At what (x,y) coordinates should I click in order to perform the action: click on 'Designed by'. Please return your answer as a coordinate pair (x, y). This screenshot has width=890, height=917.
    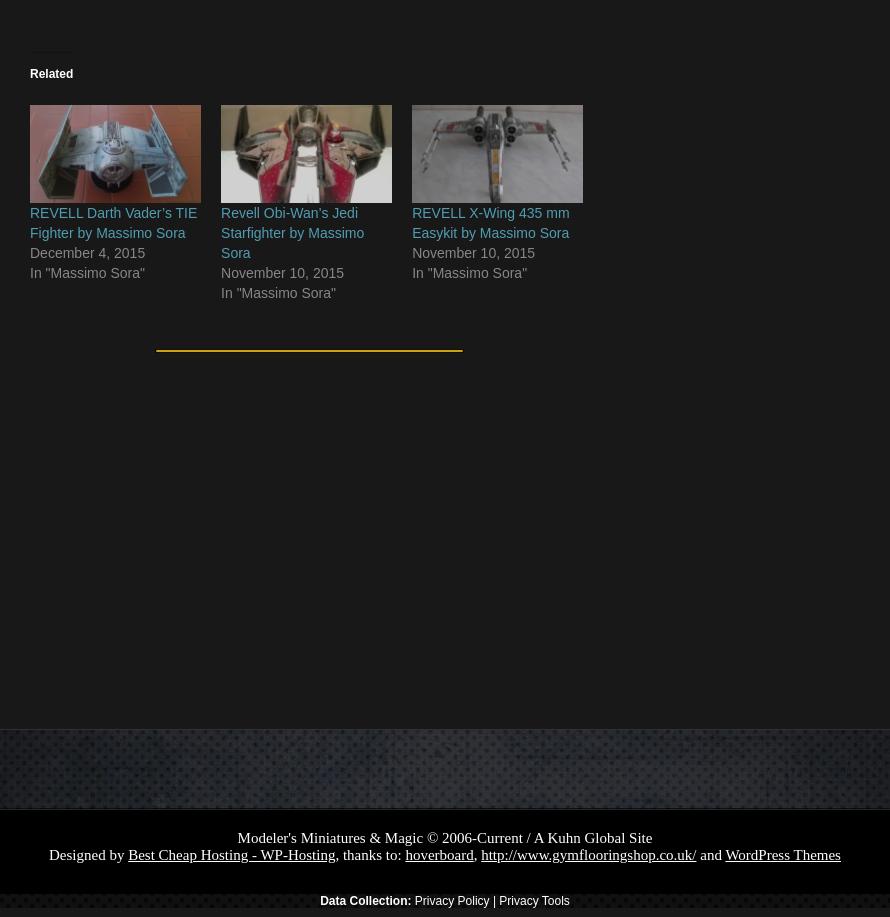
    Looking at the image, I should click on (87, 854).